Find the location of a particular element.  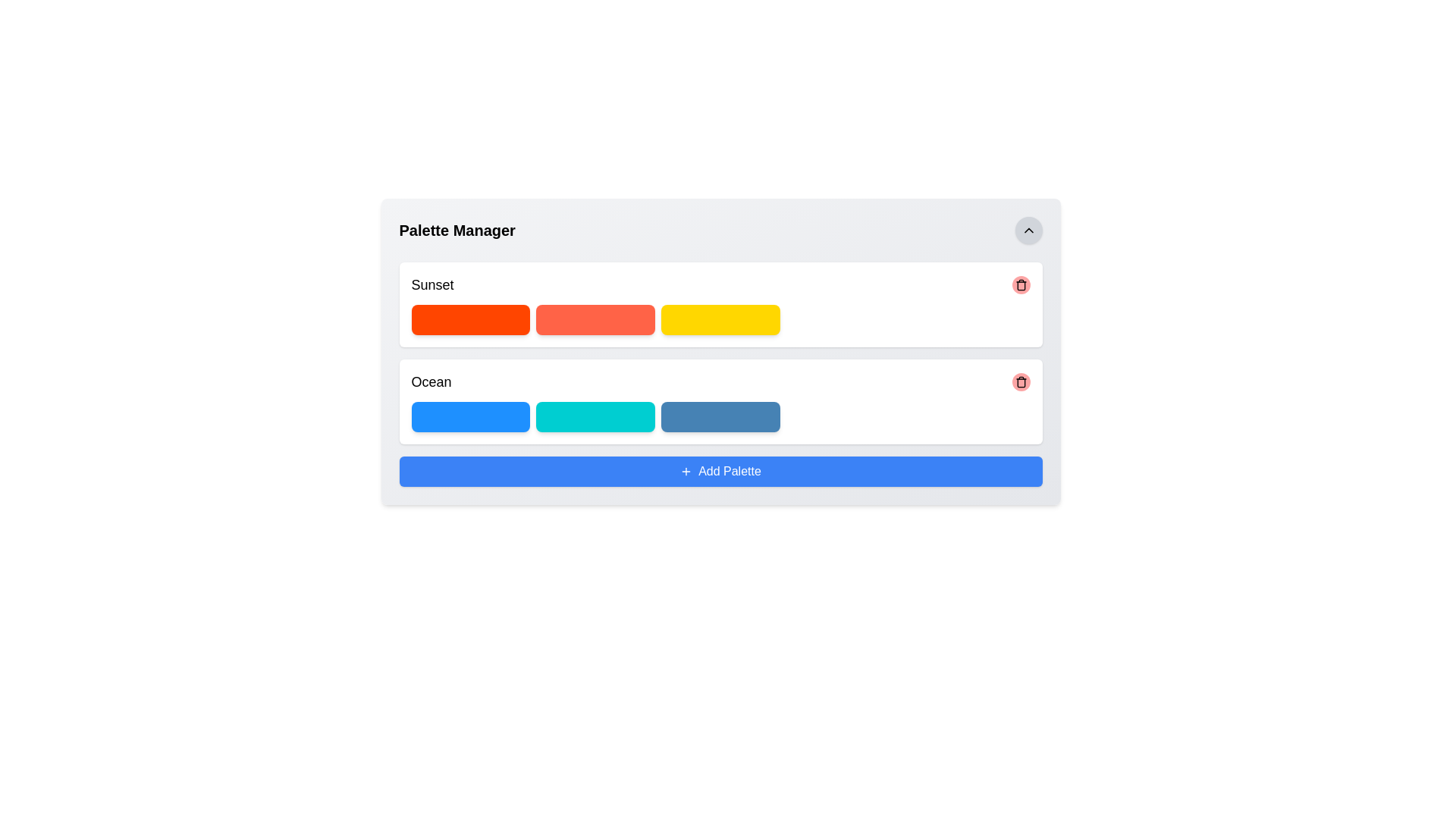

the button located at the top-right corner of the 'Palette Manager' section is located at coordinates (1028, 231).